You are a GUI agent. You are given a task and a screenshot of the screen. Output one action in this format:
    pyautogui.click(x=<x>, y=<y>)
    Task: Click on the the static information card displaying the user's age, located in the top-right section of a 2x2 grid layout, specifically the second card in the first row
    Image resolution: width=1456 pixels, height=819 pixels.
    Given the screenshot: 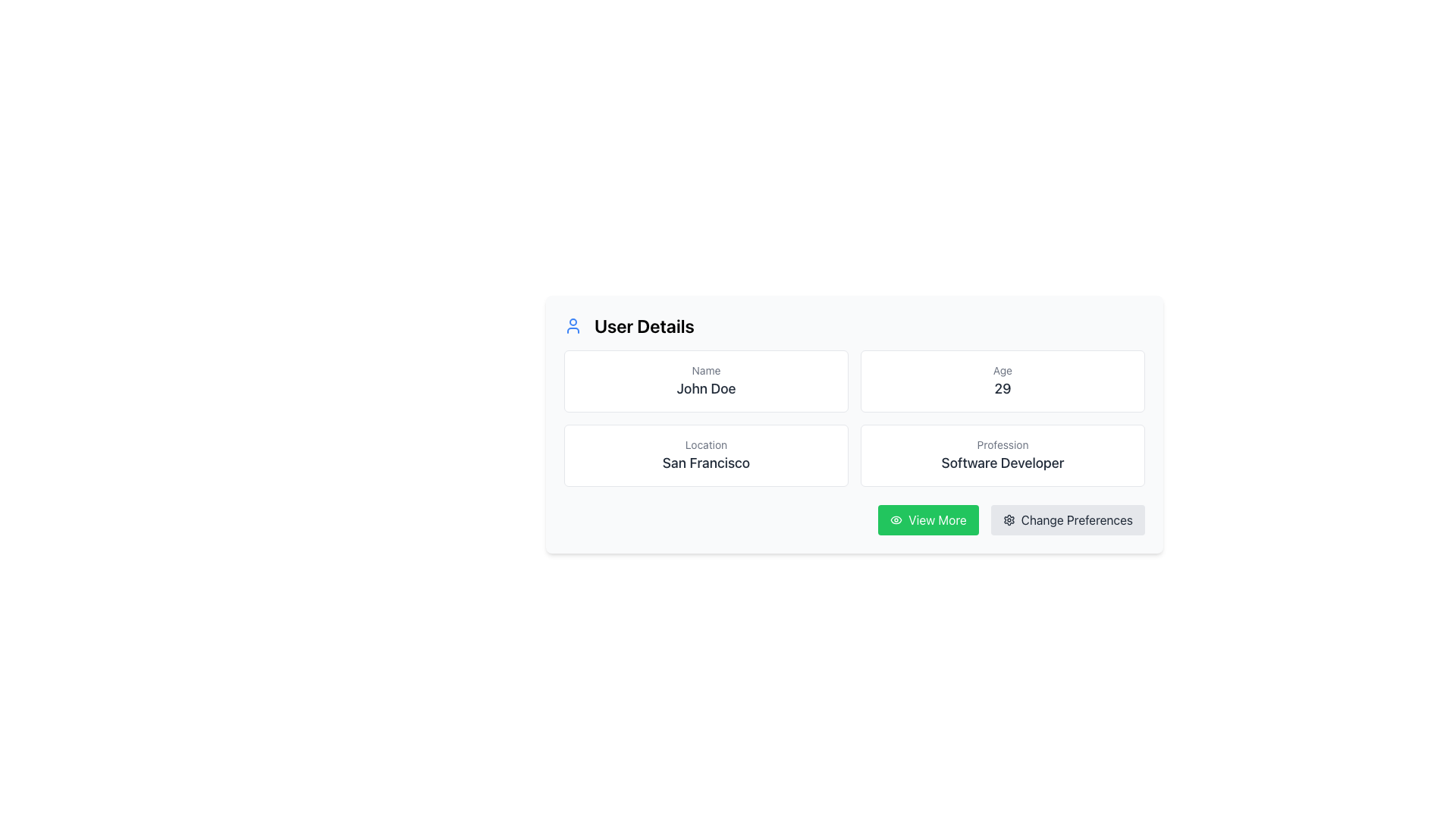 What is the action you would take?
    pyautogui.click(x=1003, y=380)
    